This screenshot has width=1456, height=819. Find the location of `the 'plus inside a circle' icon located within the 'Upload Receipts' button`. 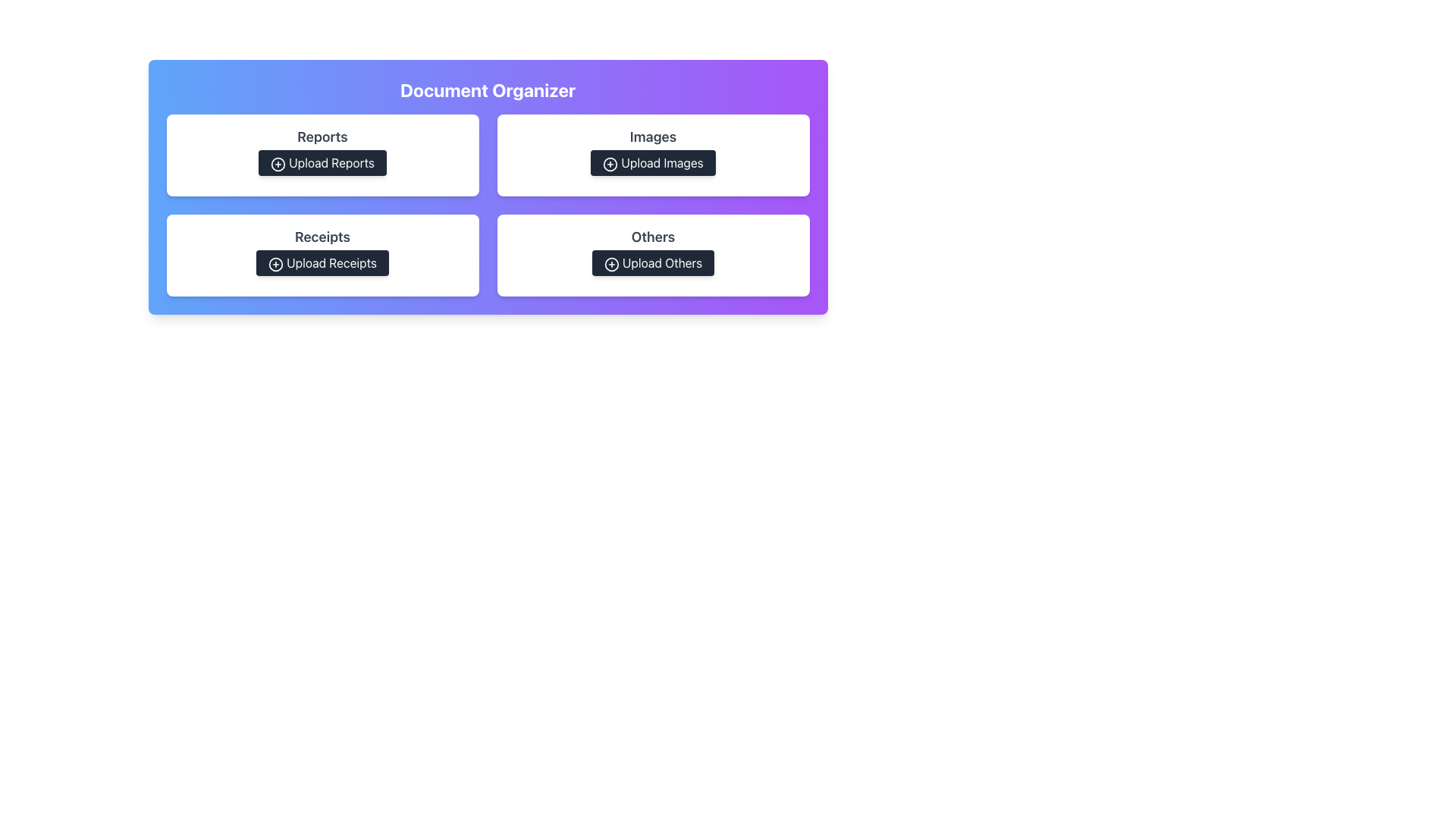

the 'plus inside a circle' icon located within the 'Upload Receipts' button is located at coordinates (276, 263).